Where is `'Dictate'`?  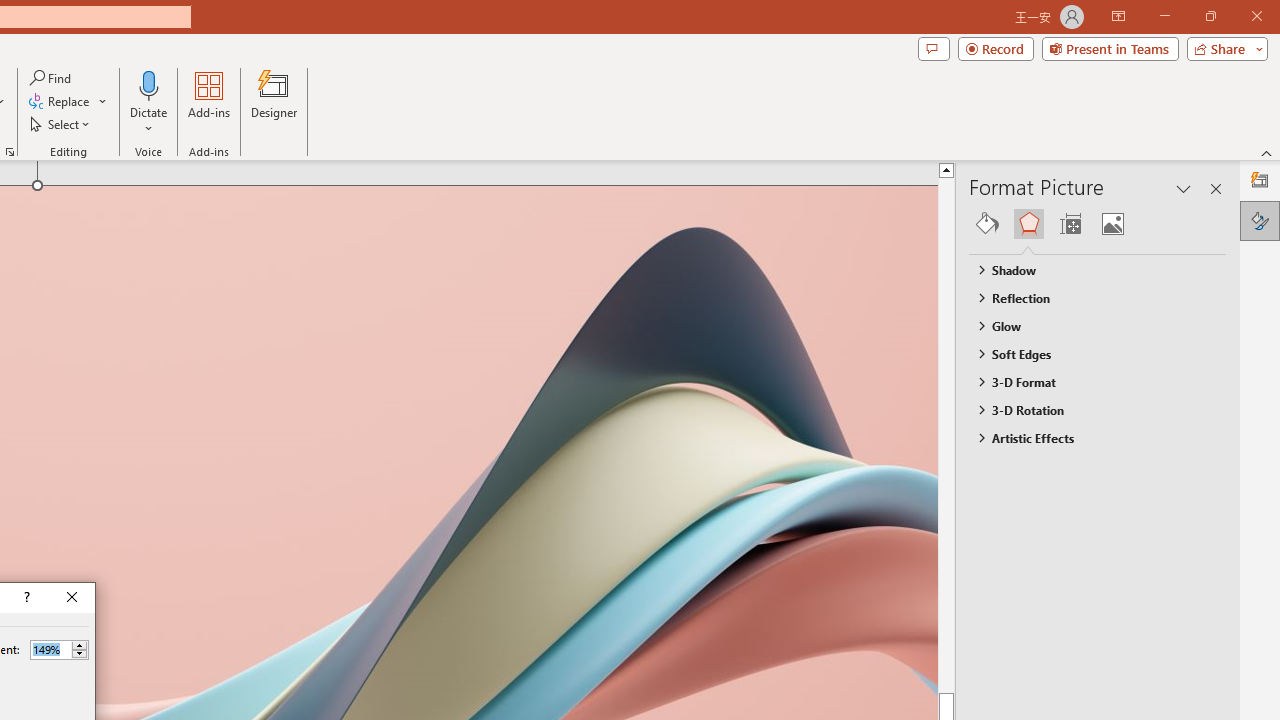 'Dictate' is located at coordinates (148, 103).